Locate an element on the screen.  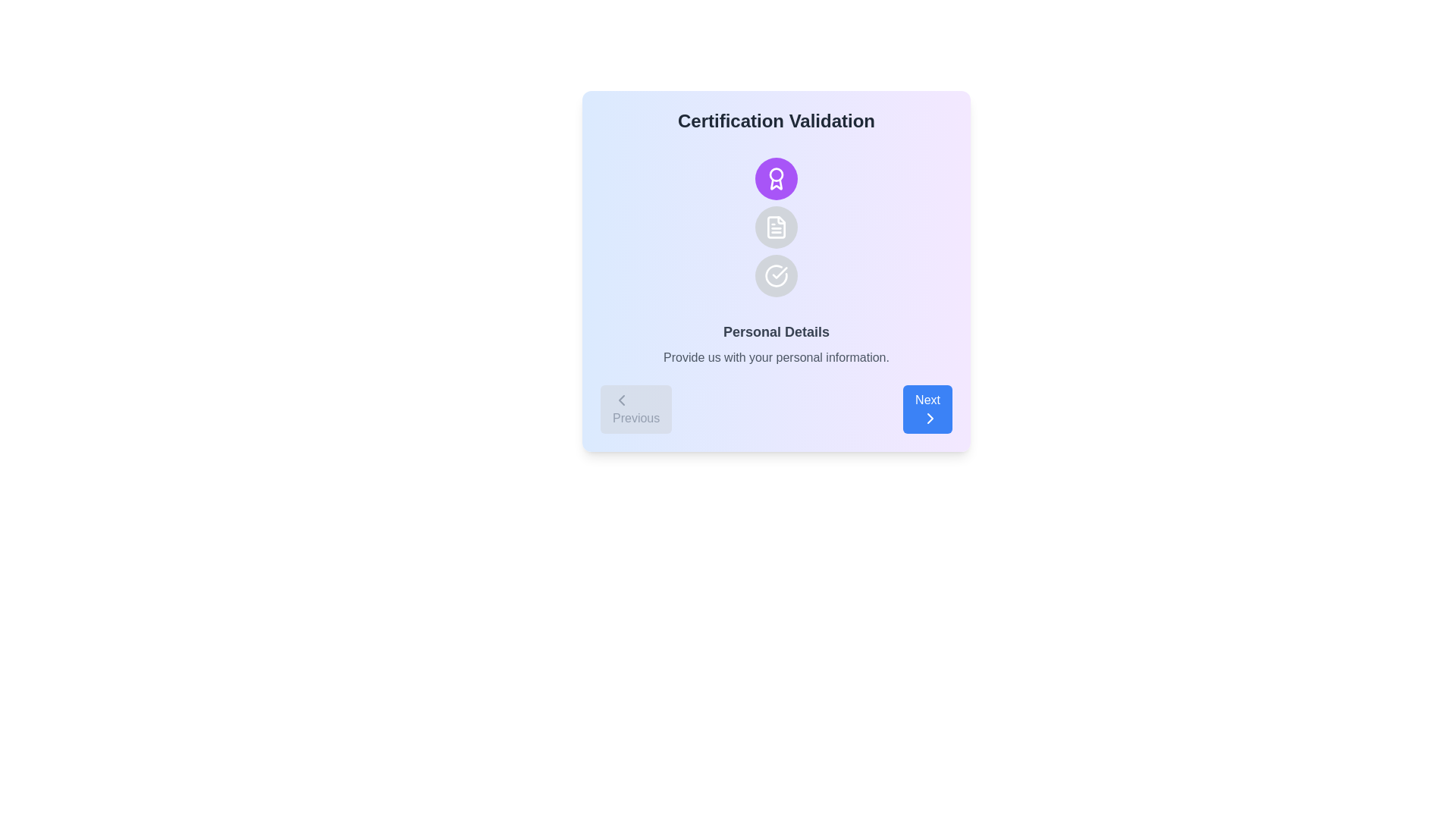
the rightward-pointing chevron-shaped icon within the 'Next' button located in the bottom-right corner of the card-like section is located at coordinates (930, 418).